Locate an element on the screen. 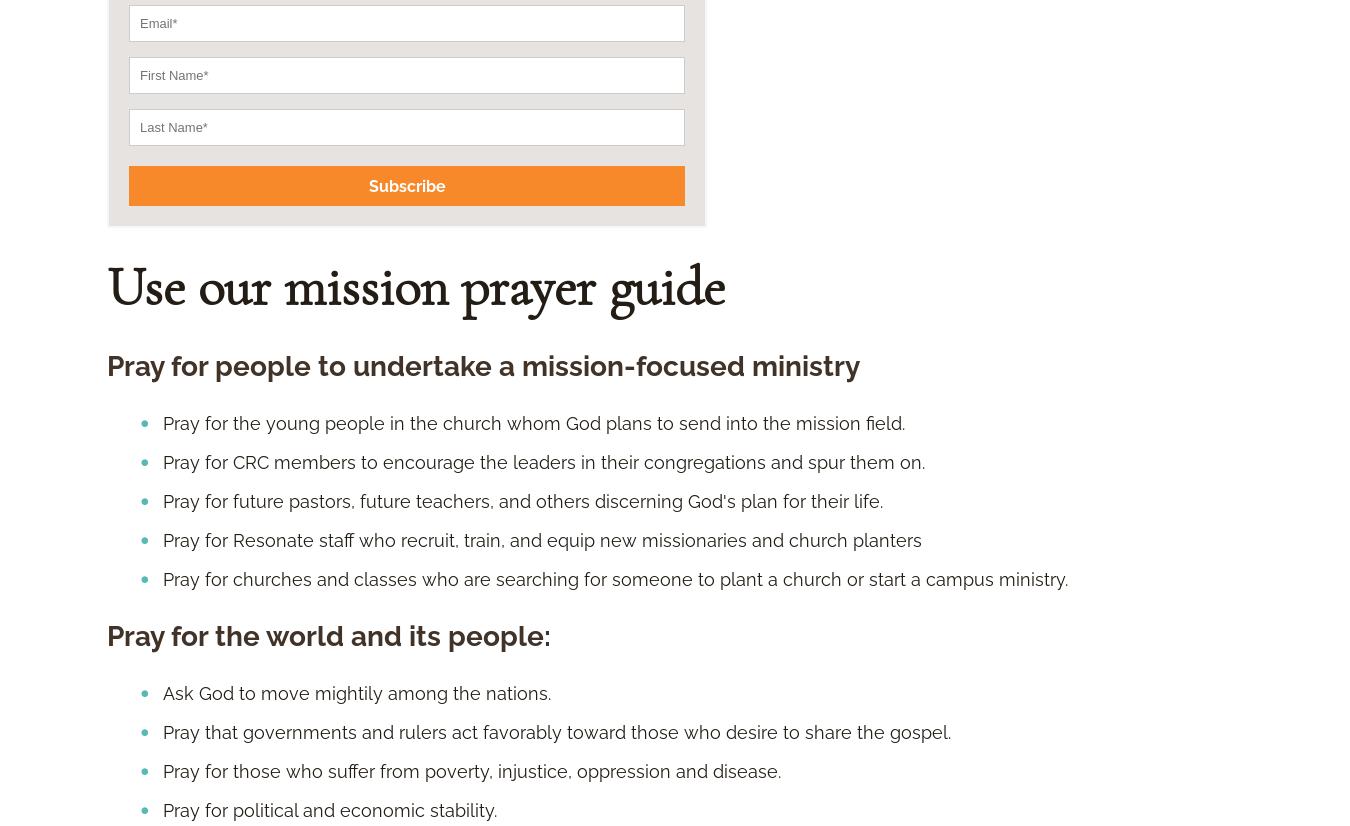 The image size is (1350, 826). 'Experience good emotional, spiritual, physical health.' is located at coordinates (390, 272).